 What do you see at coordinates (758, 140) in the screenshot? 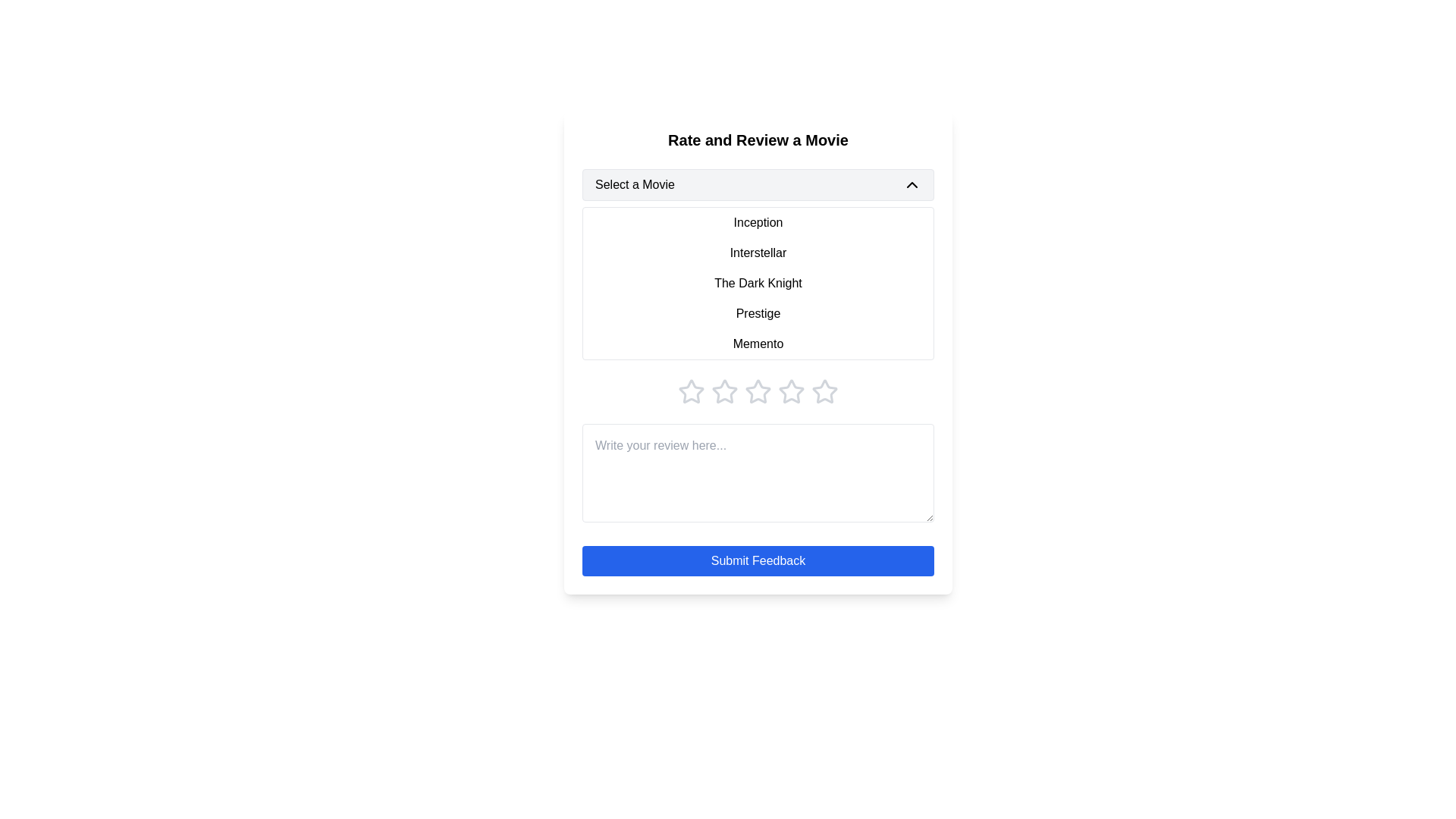
I see `the heading element which serves as the title for the section, located at the top of a white card-like structure with rounded corners` at bounding box center [758, 140].